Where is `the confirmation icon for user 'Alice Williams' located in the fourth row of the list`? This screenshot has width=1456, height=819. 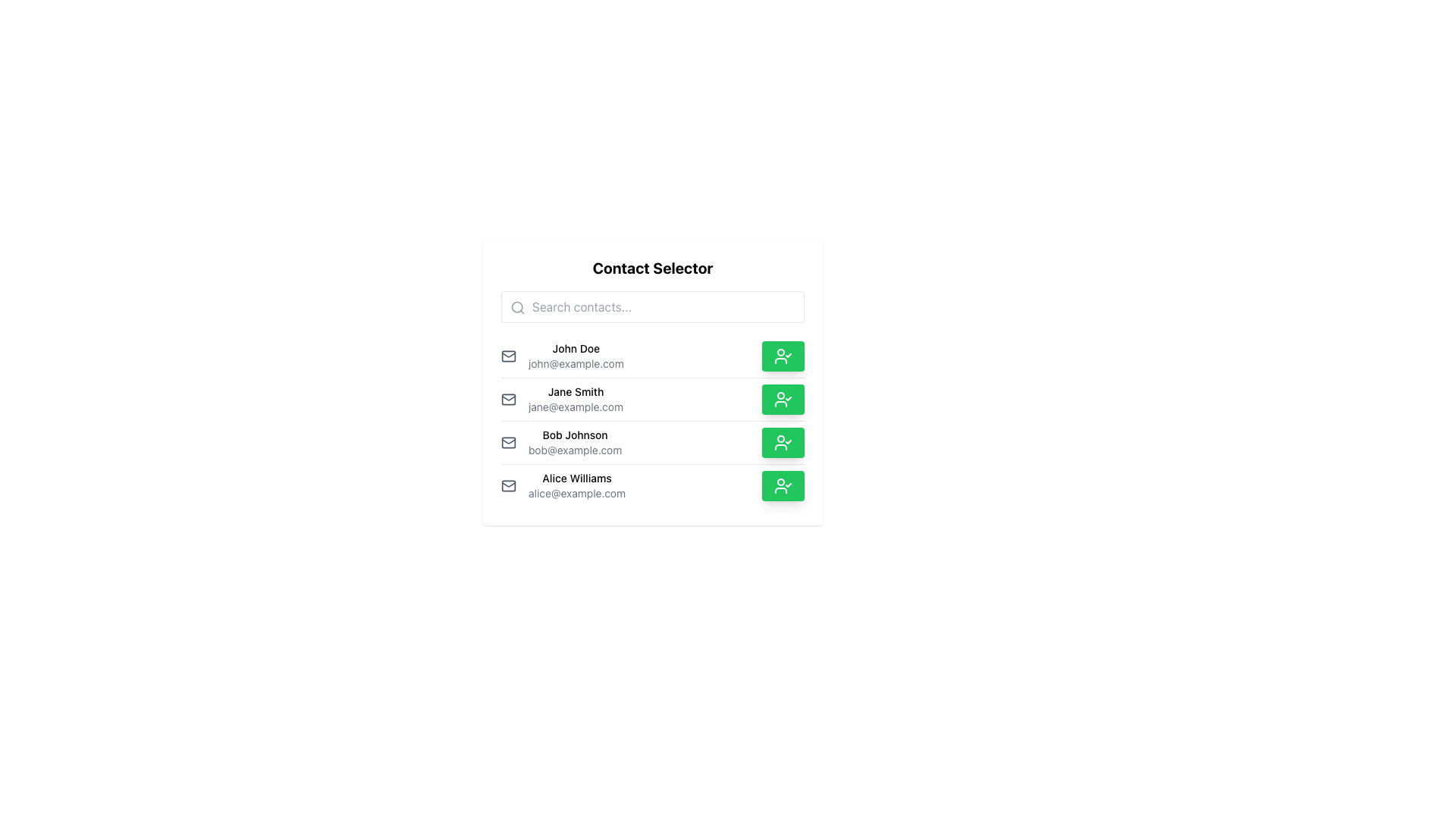 the confirmation icon for user 'Alice Williams' located in the fourth row of the list is located at coordinates (783, 485).